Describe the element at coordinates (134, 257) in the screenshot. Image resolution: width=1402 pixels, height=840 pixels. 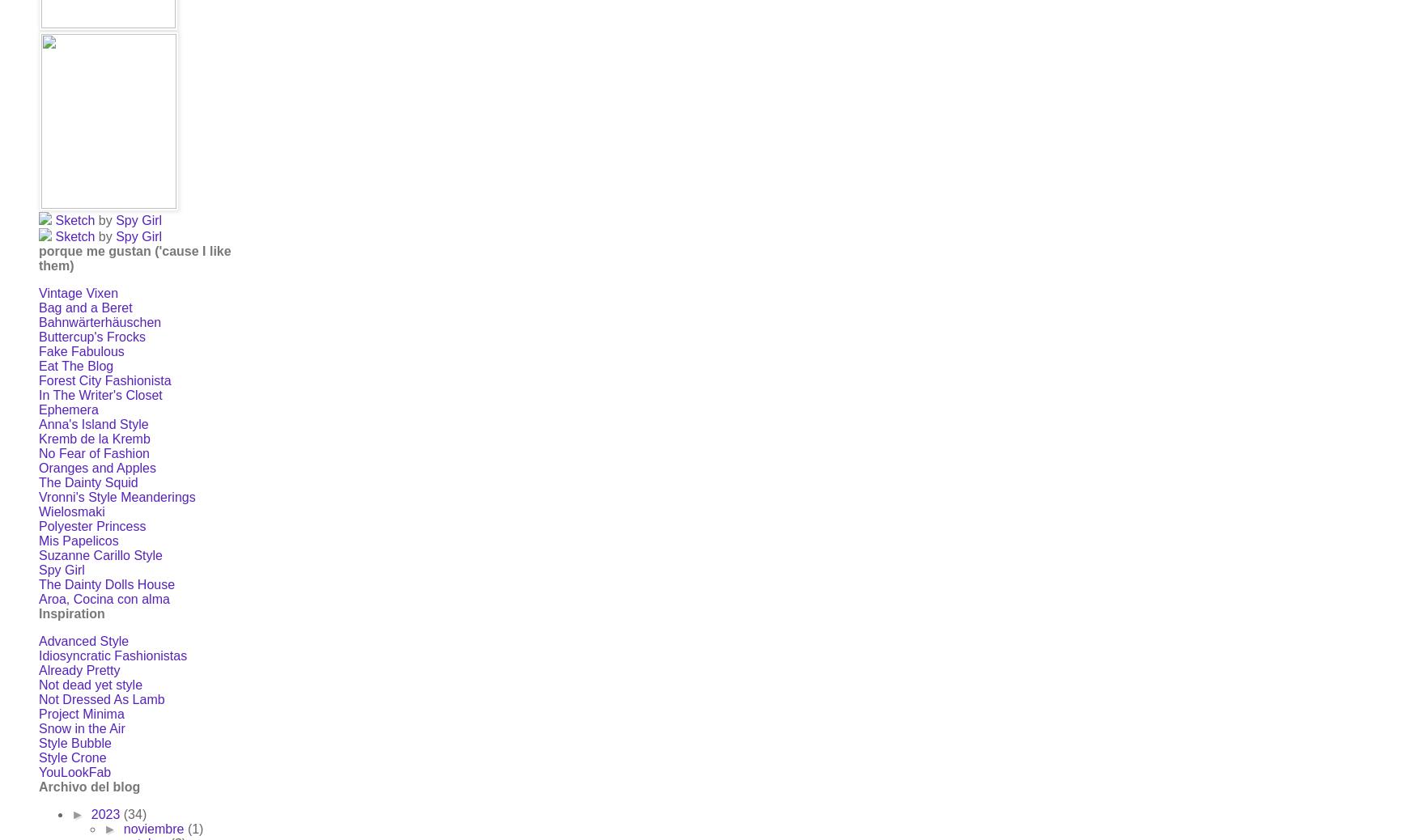
I see `'porque me gustan  ('cause I like them)'` at that location.